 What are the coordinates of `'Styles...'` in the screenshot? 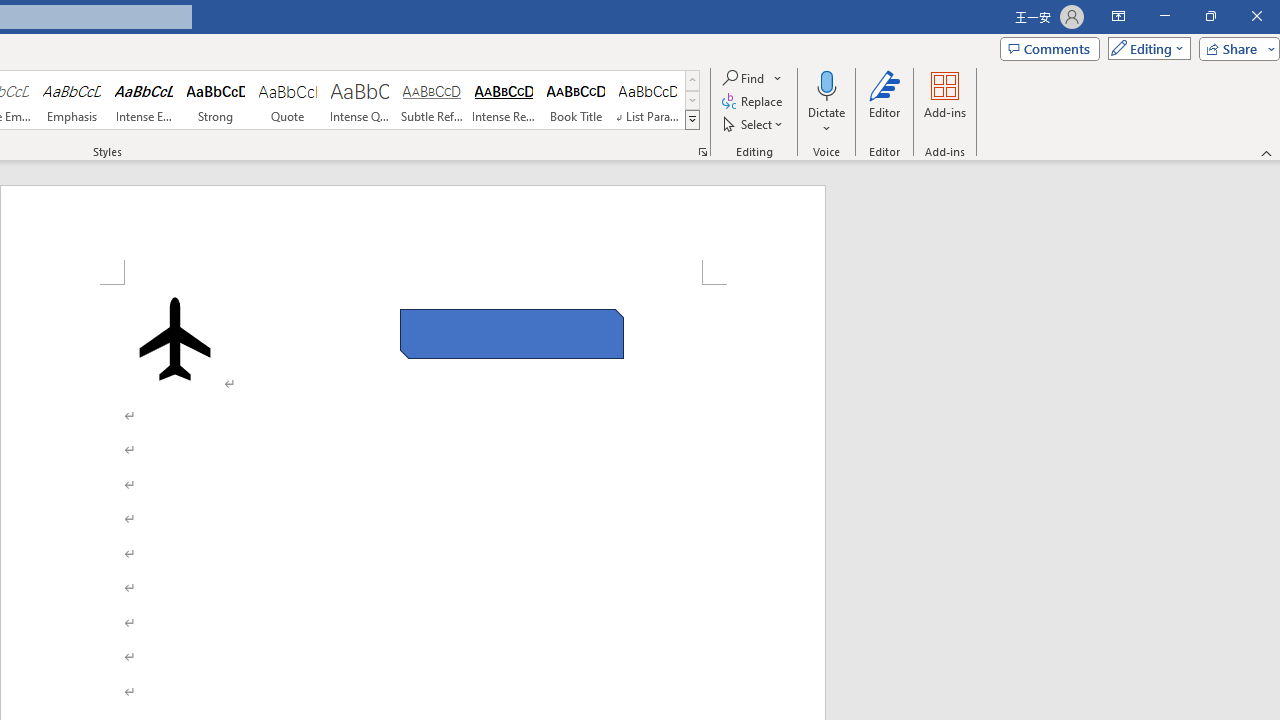 It's located at (702, 150).